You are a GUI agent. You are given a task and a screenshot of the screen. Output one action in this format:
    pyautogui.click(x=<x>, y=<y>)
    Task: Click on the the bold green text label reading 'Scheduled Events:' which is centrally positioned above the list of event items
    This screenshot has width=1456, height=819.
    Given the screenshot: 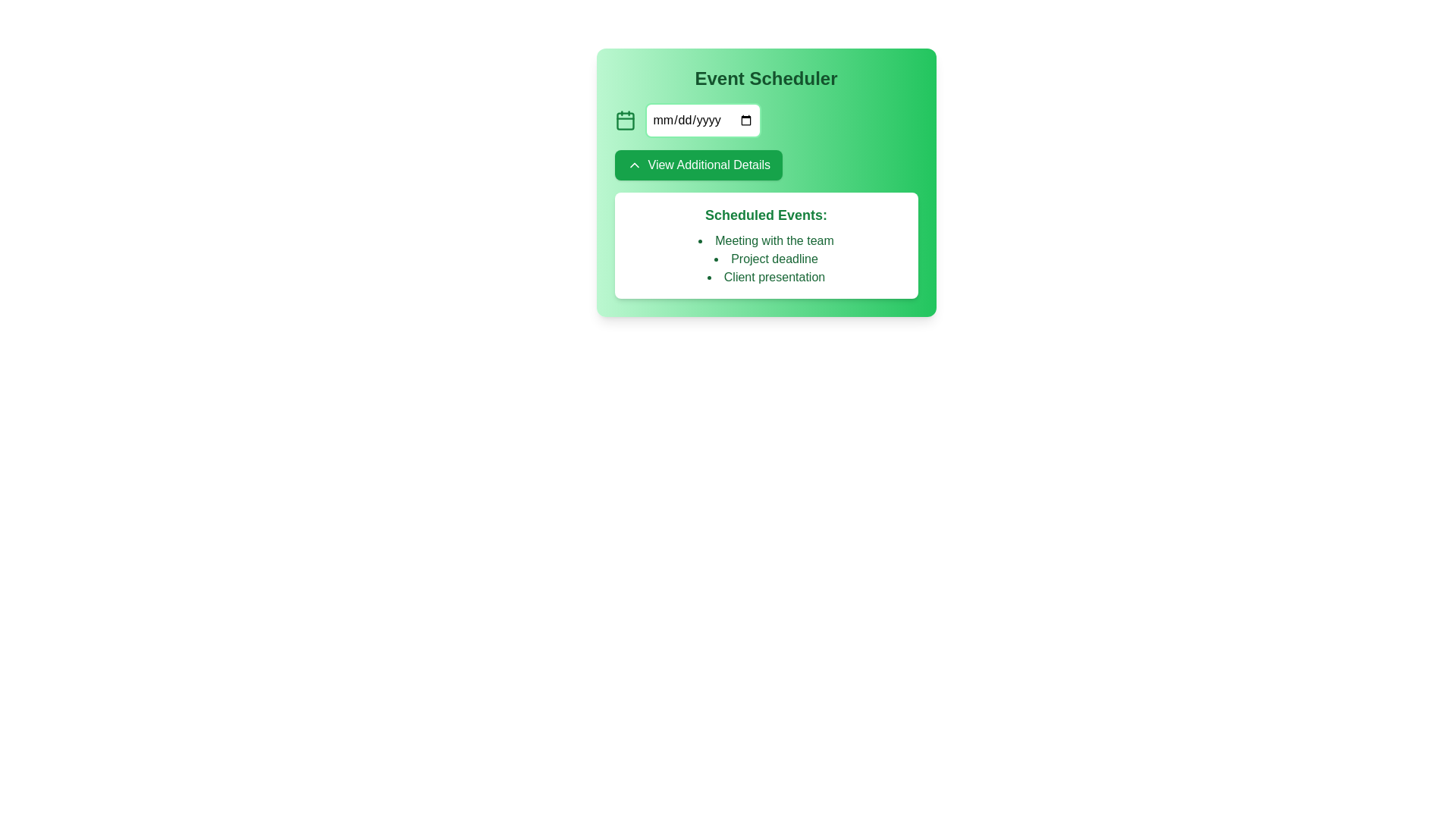 What is the action you would take?
    pyautogui.click(x=766, y=215)
    